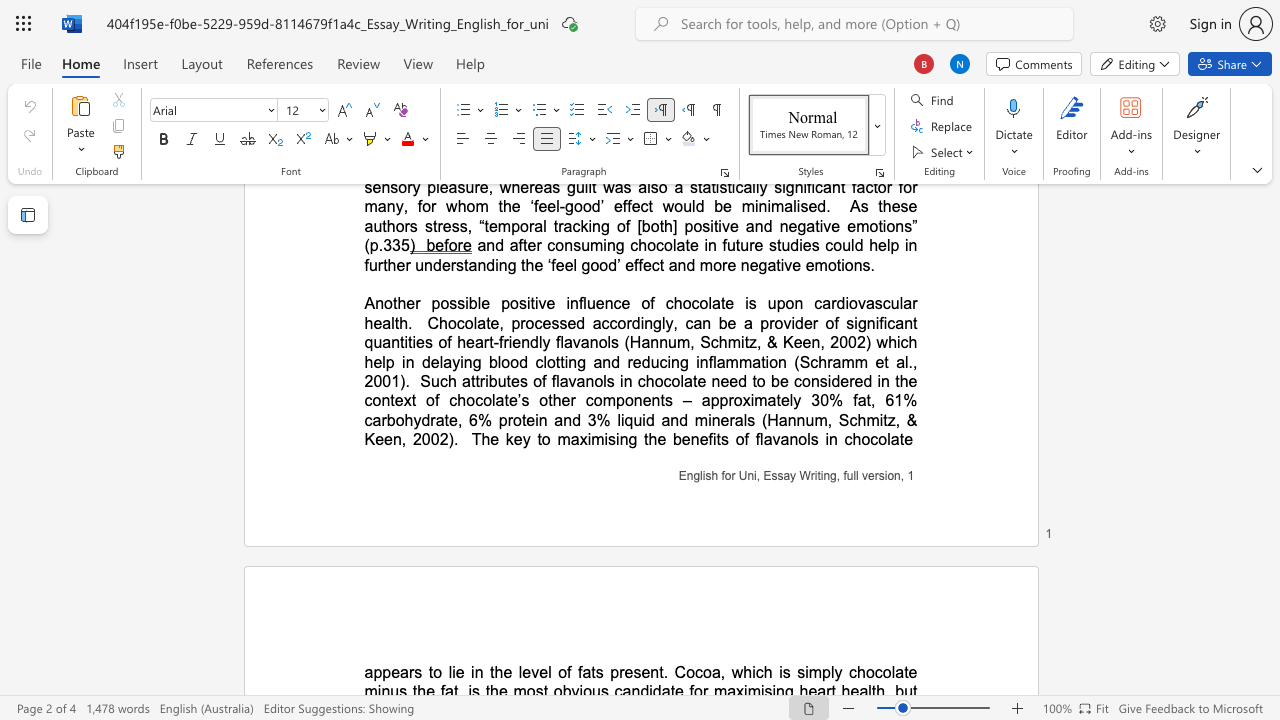  What do you see at coordinates (574, 438) in the screenshot?
I see `the 1th character "a" in the text` at bounding box center [574, 438].